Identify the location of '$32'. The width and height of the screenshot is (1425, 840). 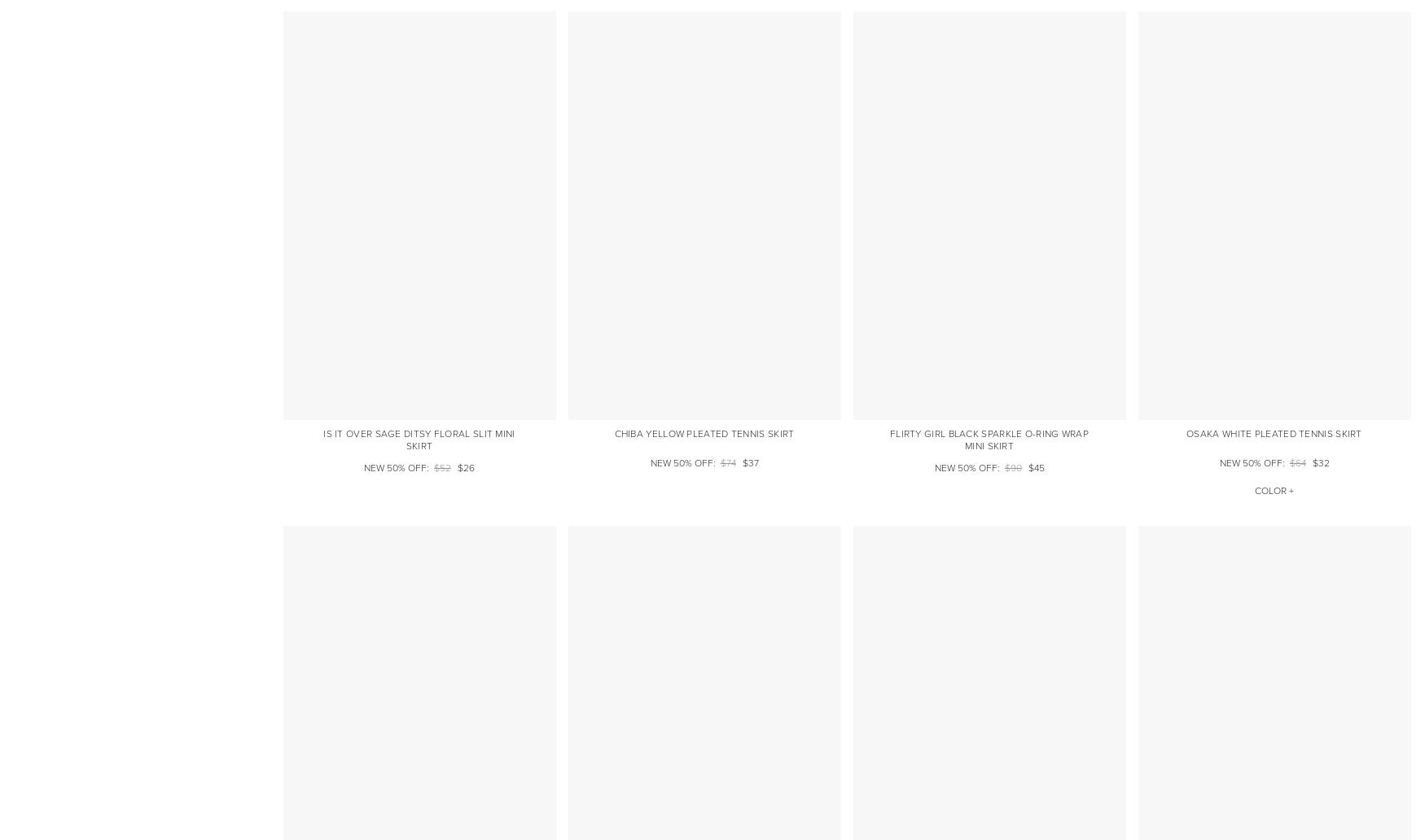
(1320, 463).